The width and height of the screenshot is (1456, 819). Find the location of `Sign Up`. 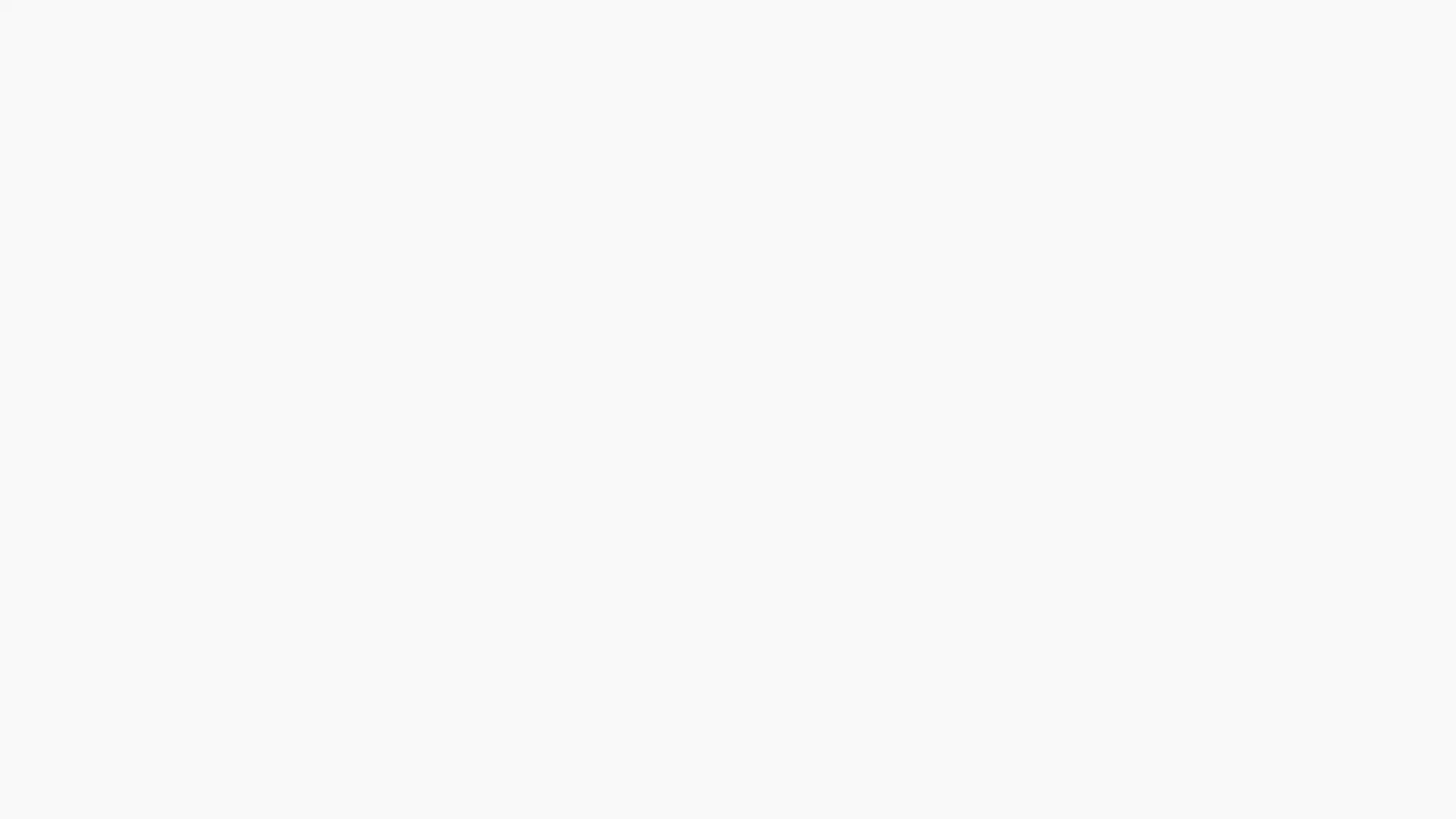

Sign Up is located at coordinates (1343, 23).